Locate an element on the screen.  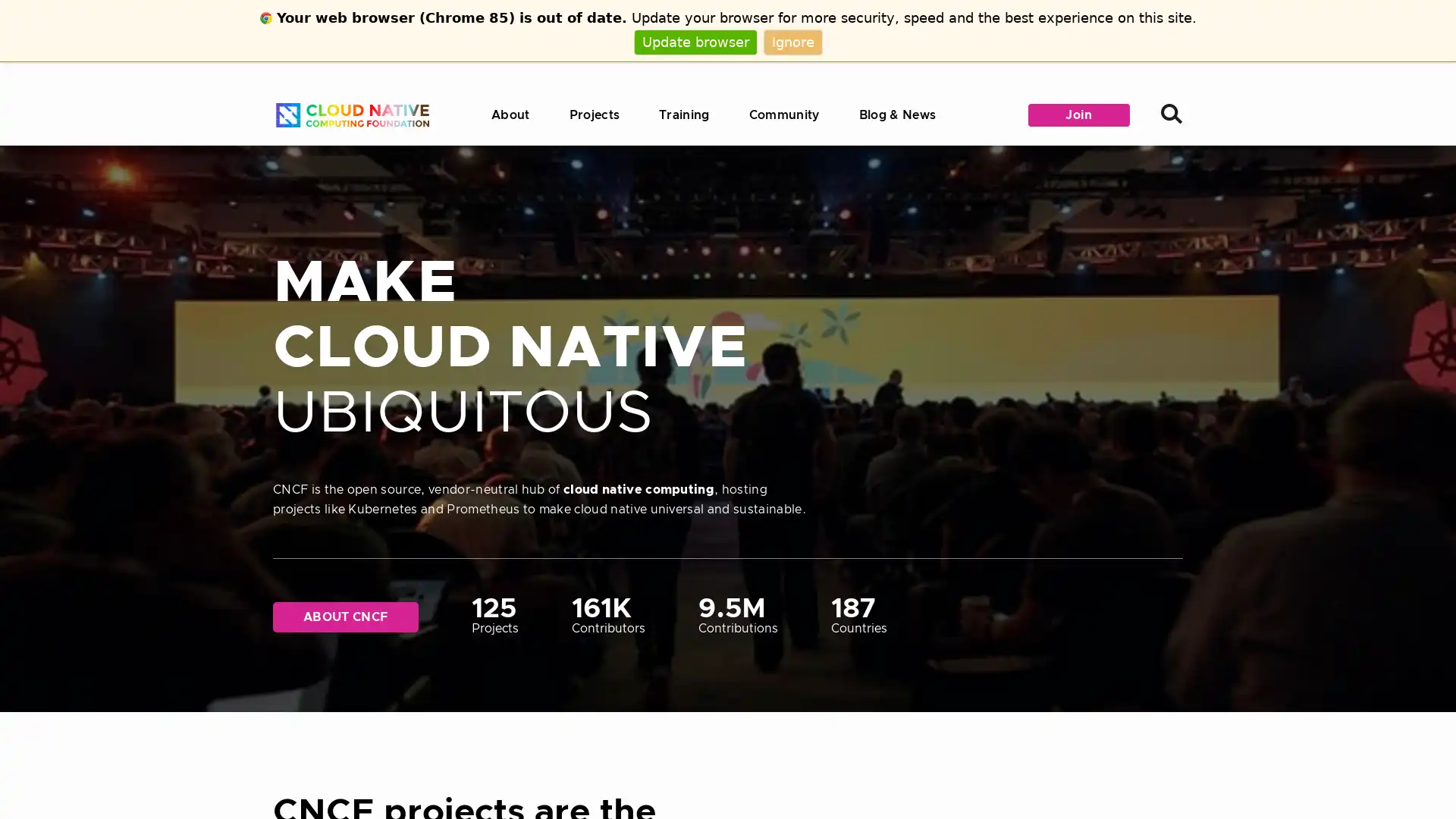
Ignore is located at coordinates (792, 41).